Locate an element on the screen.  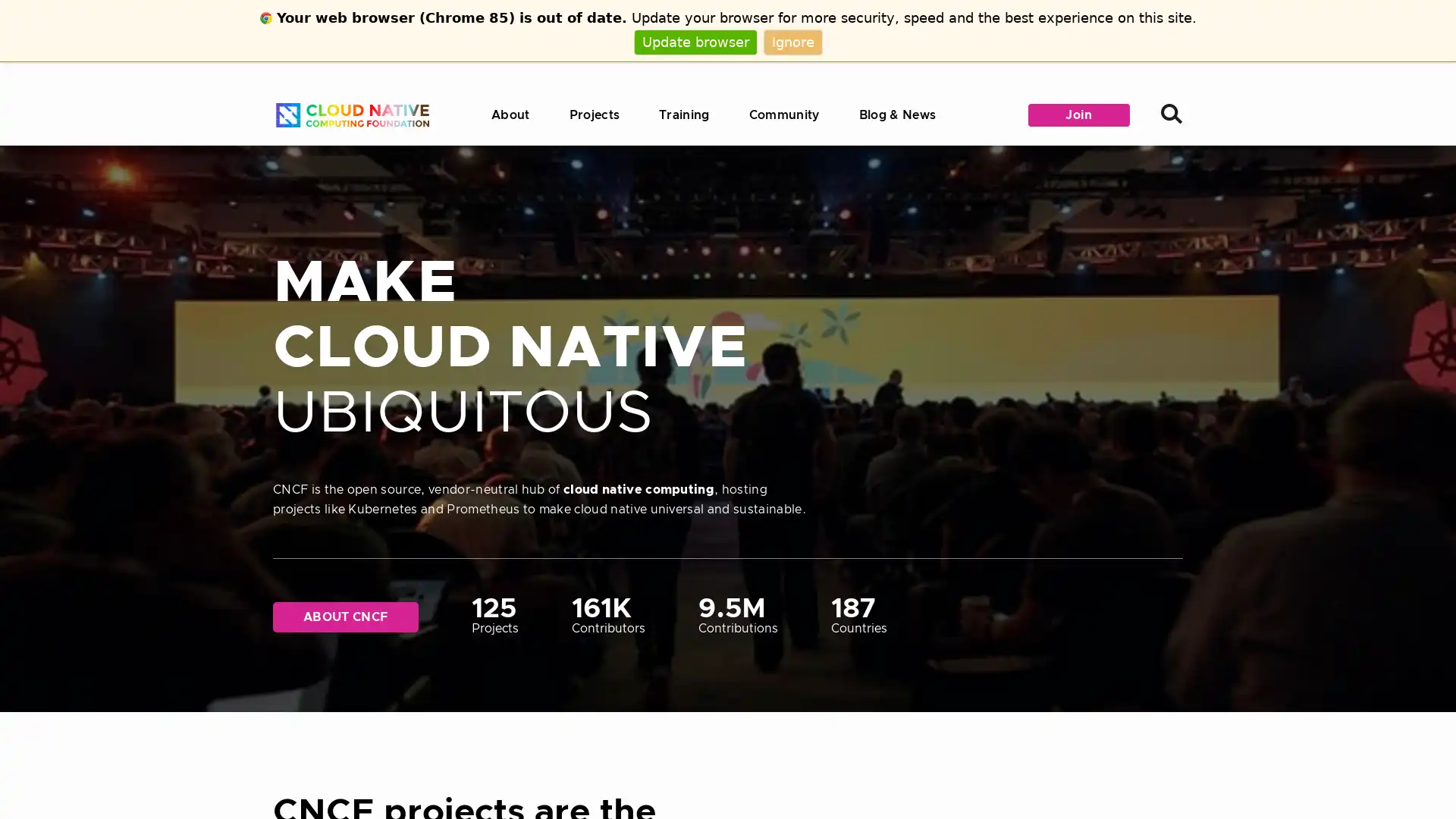
Ignore is located at coordinates (792, 41).